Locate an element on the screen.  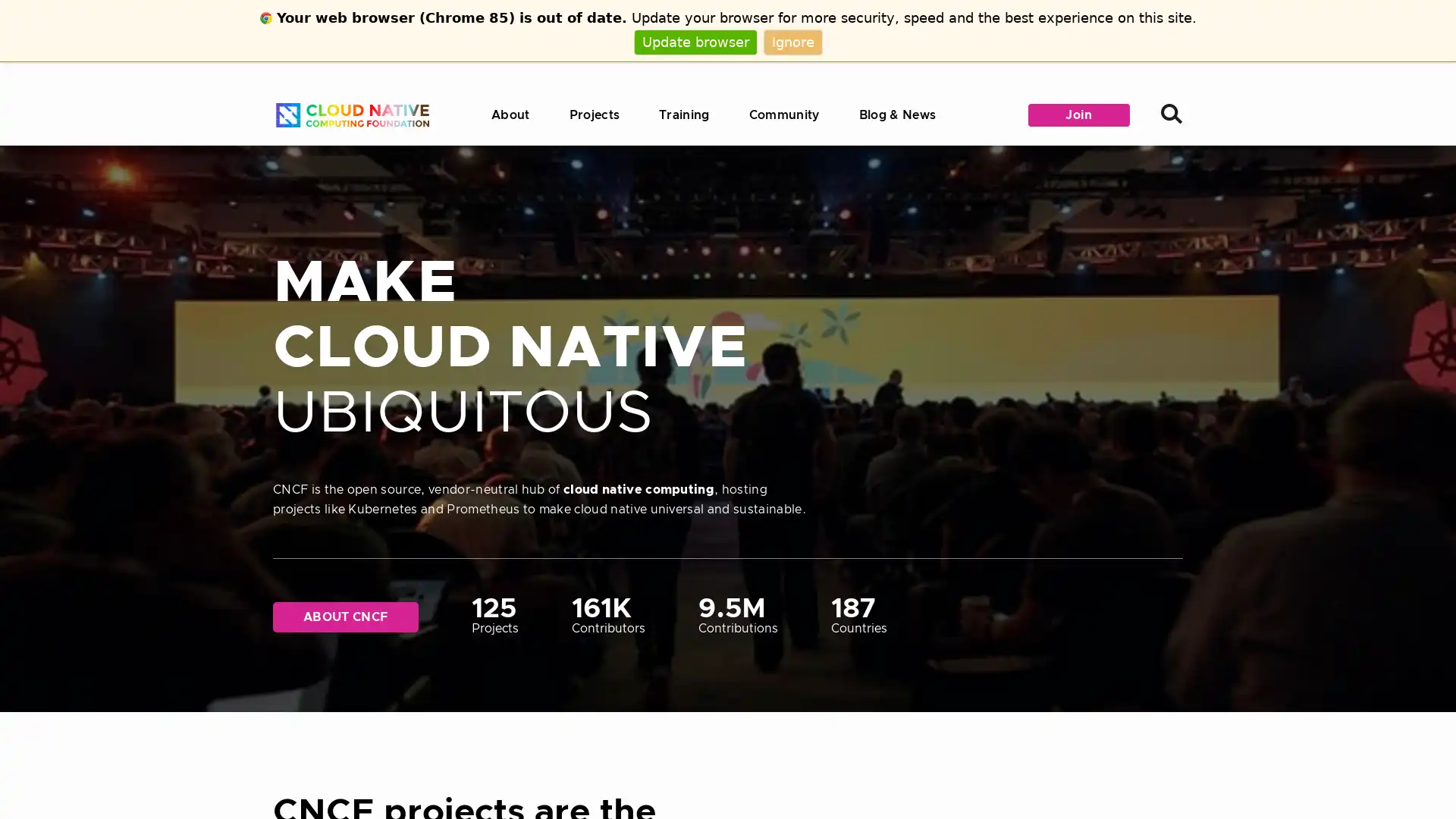
Ignore is located at coordinates (792, 41).